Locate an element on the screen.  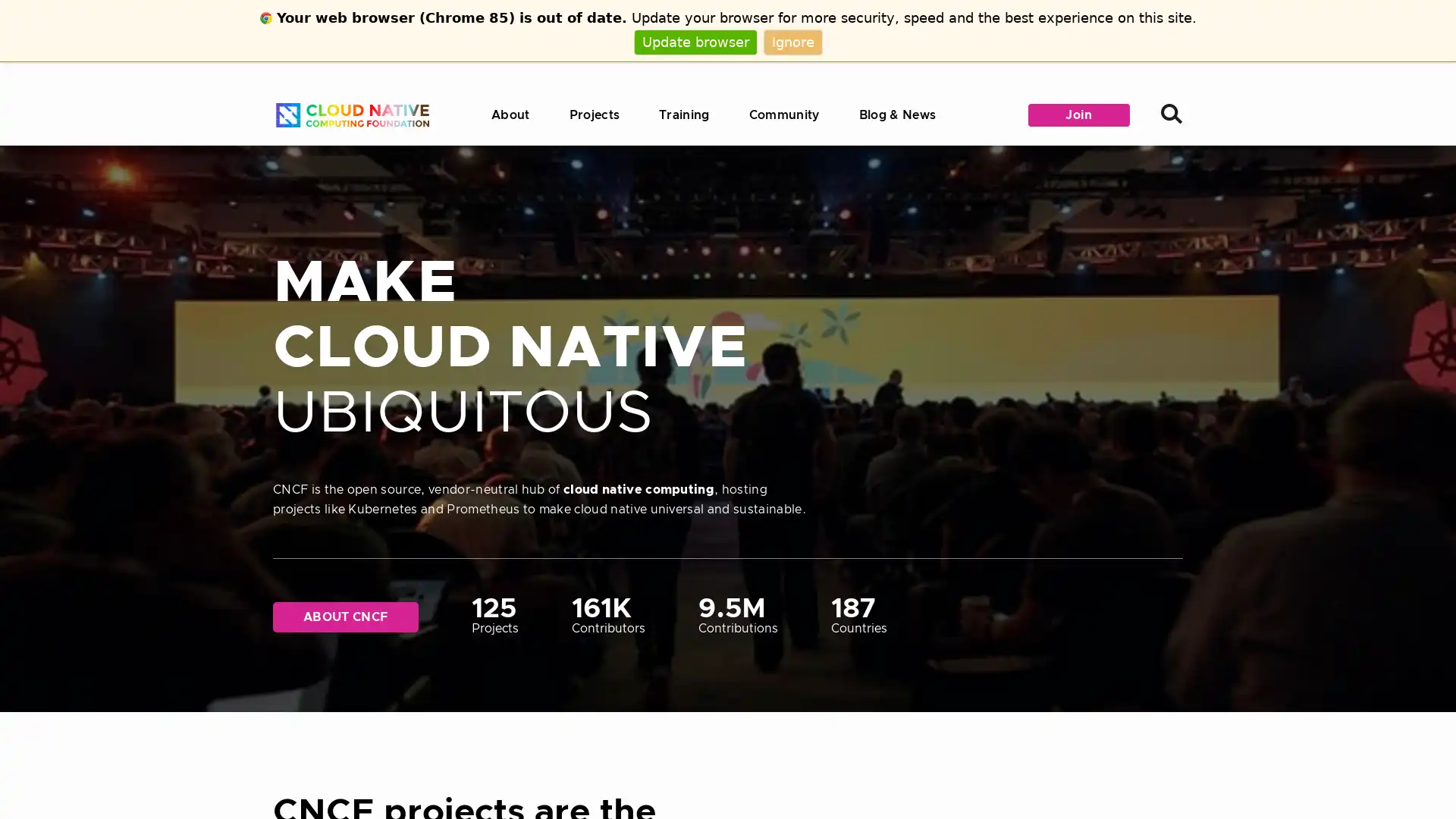
Ignore is located at coordinates (792, 41).